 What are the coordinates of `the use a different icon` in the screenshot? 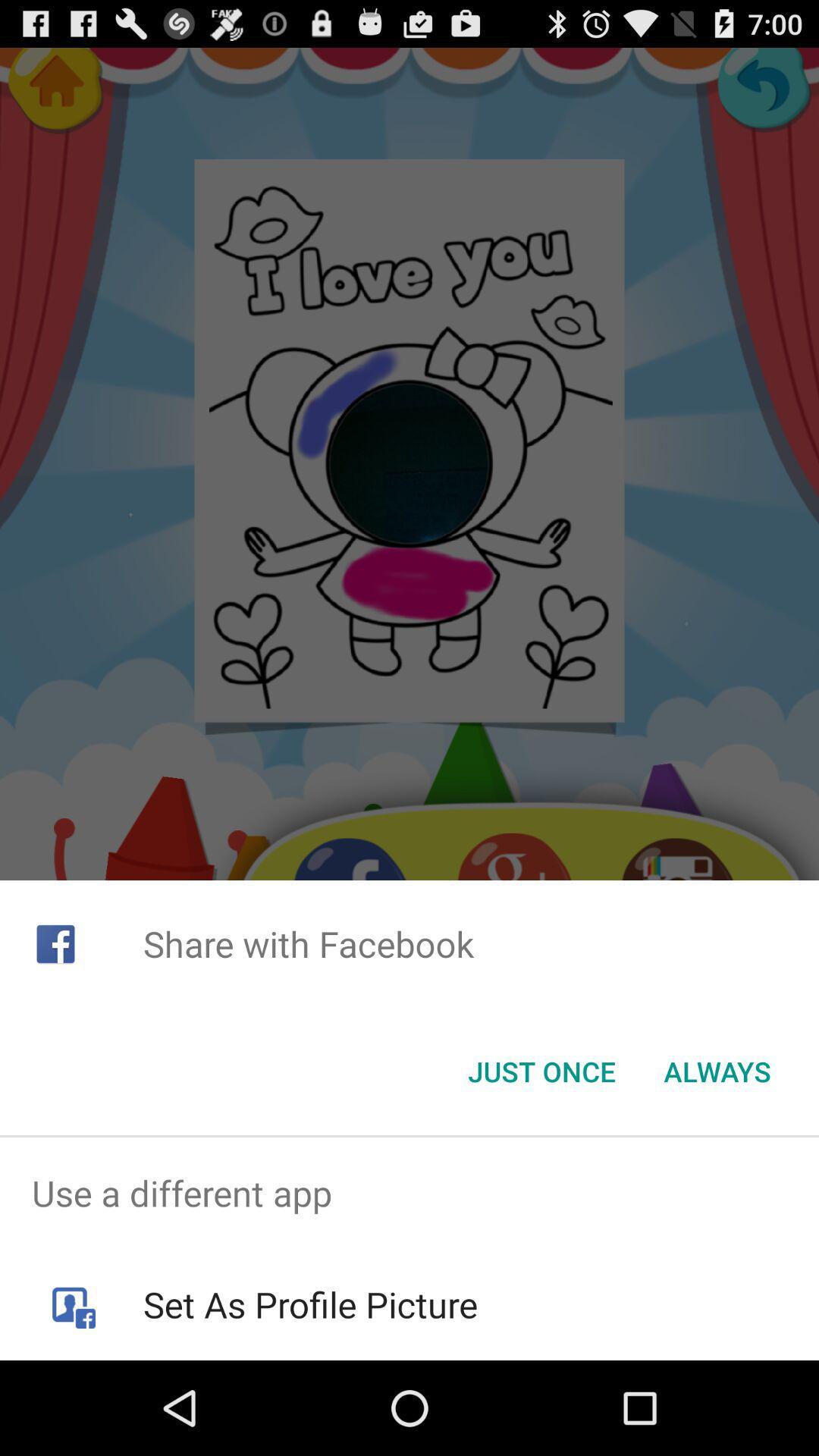 It's located at (409, 1192).